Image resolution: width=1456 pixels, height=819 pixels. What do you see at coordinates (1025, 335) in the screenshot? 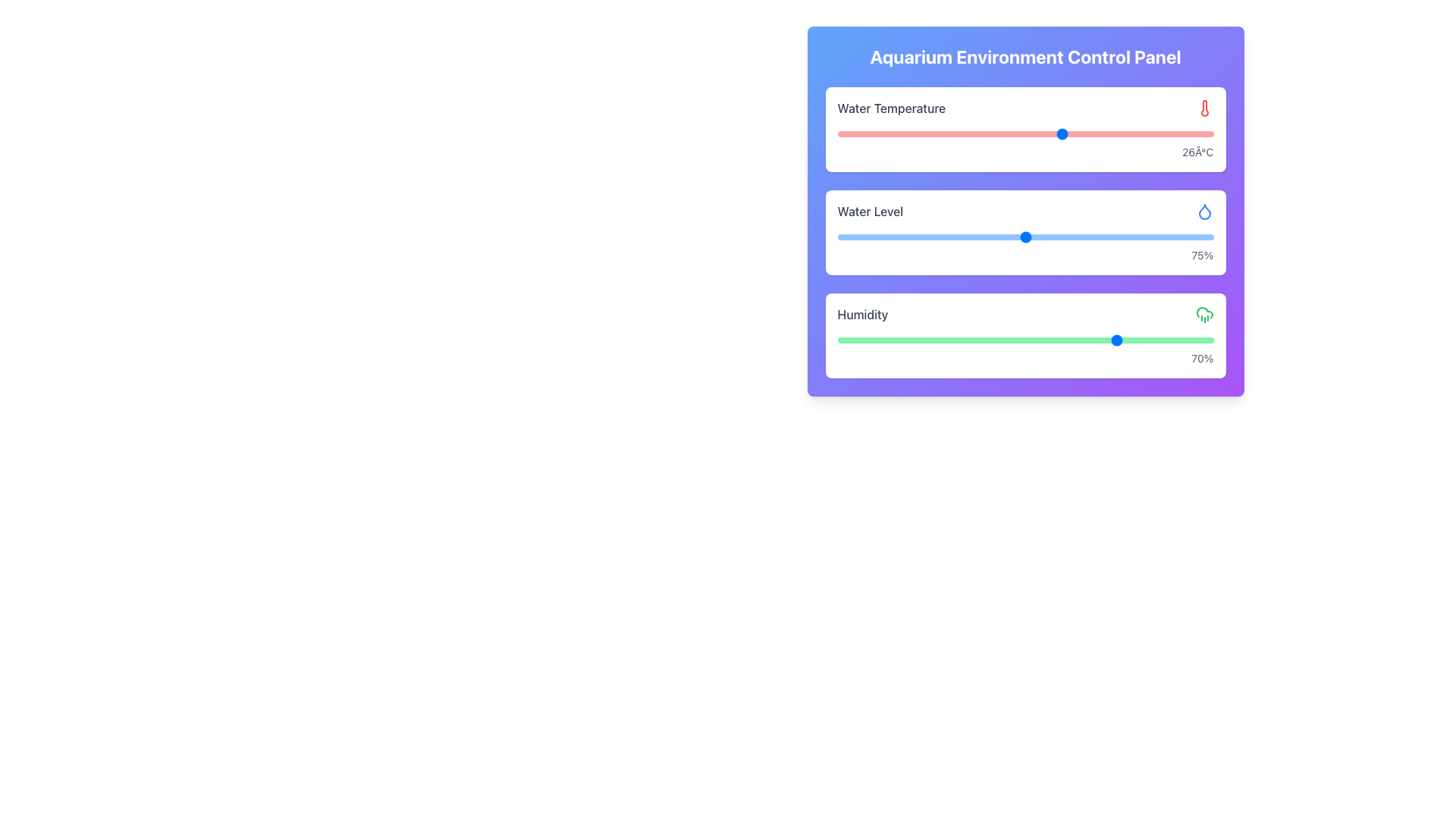
I see `the slider on the Interactive panel` at bounding box center [1025, 335].